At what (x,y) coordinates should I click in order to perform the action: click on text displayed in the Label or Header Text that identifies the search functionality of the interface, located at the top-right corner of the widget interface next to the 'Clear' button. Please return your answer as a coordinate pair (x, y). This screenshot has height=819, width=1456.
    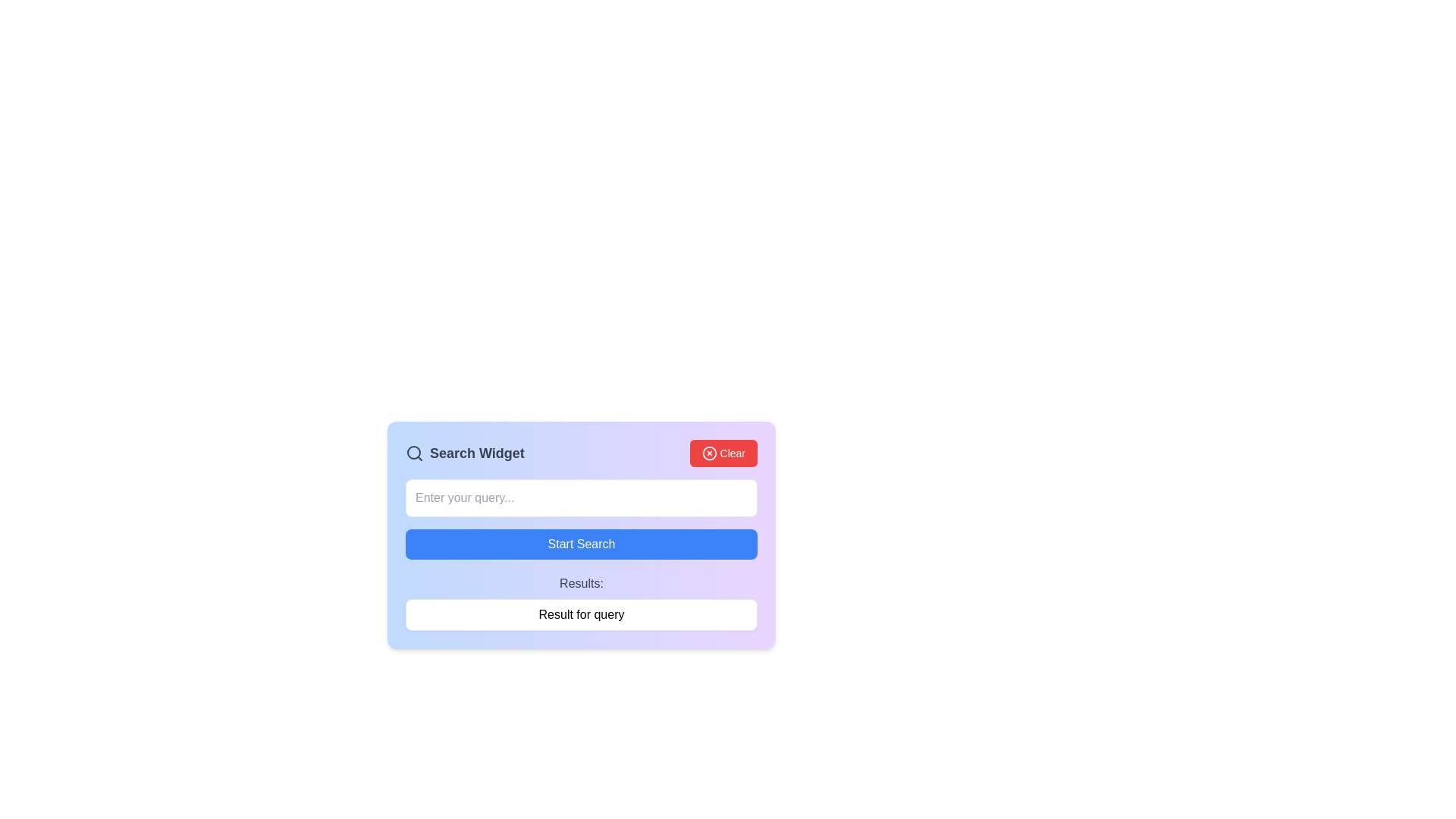
    Looking at the image, I should click on (464, 452).